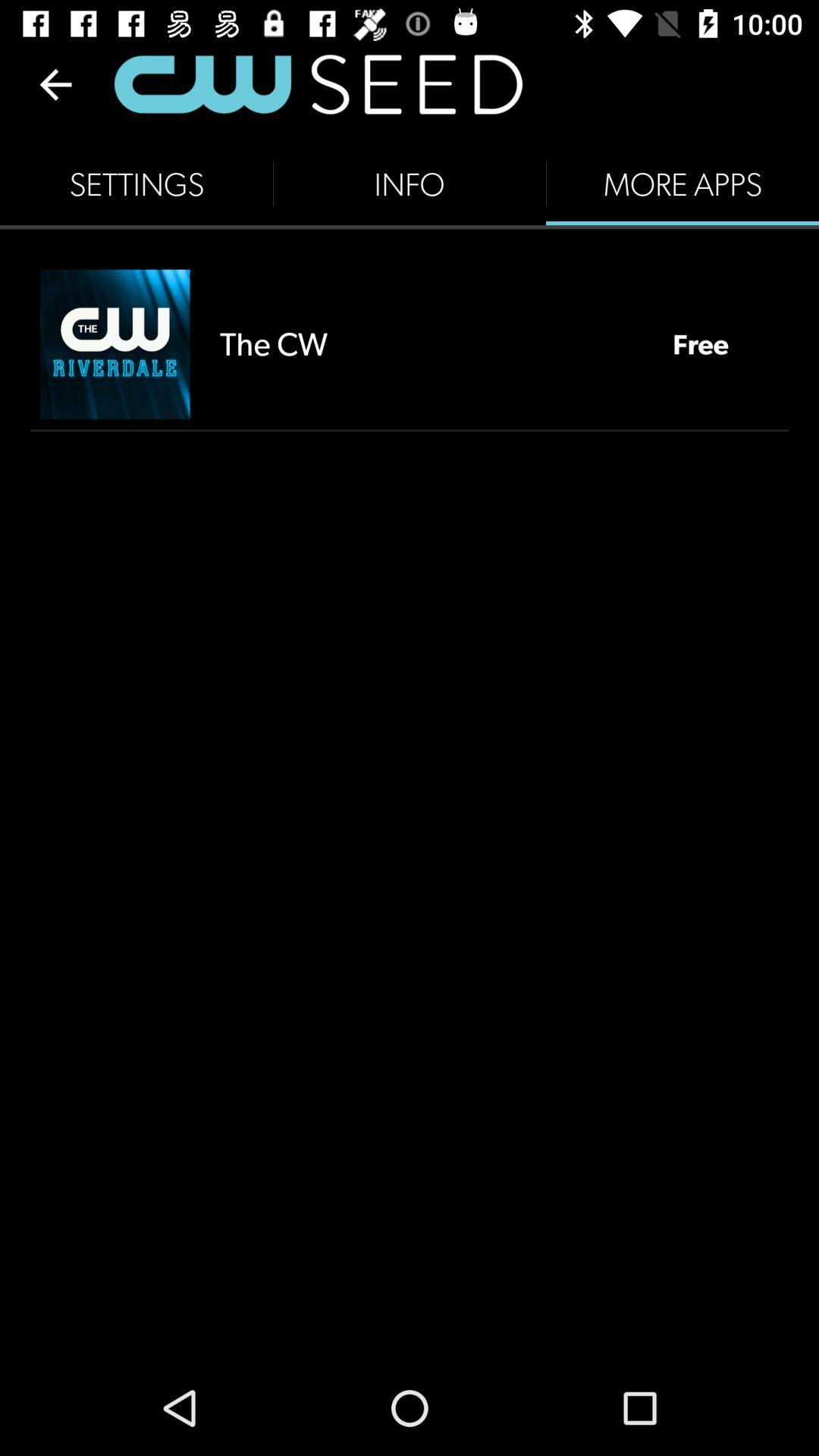 This screenshot has height=1456, width=819. What do you see at coordinates (701, 343) in the screenshot?
I see `the item next to the the cw` at bounding box center [701, 343].